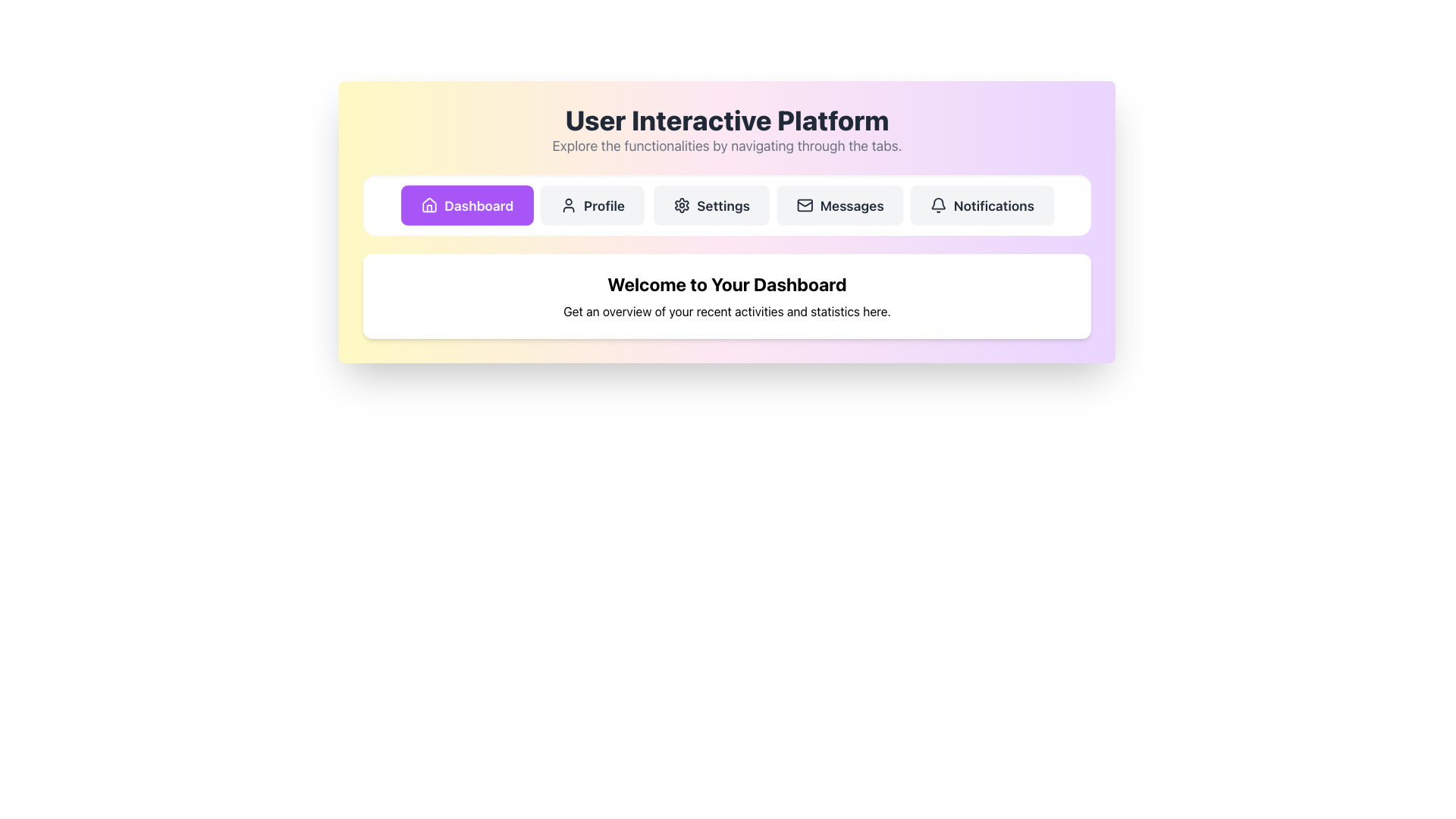 The image size is (1456, 819). Describe the element at coordinates (592, 205) in the screenshot. I see `the button located in the navigation bar that is positioned immediately to the right of the 'Dashboard' button and to the left of the 'Settings' button` at that location.